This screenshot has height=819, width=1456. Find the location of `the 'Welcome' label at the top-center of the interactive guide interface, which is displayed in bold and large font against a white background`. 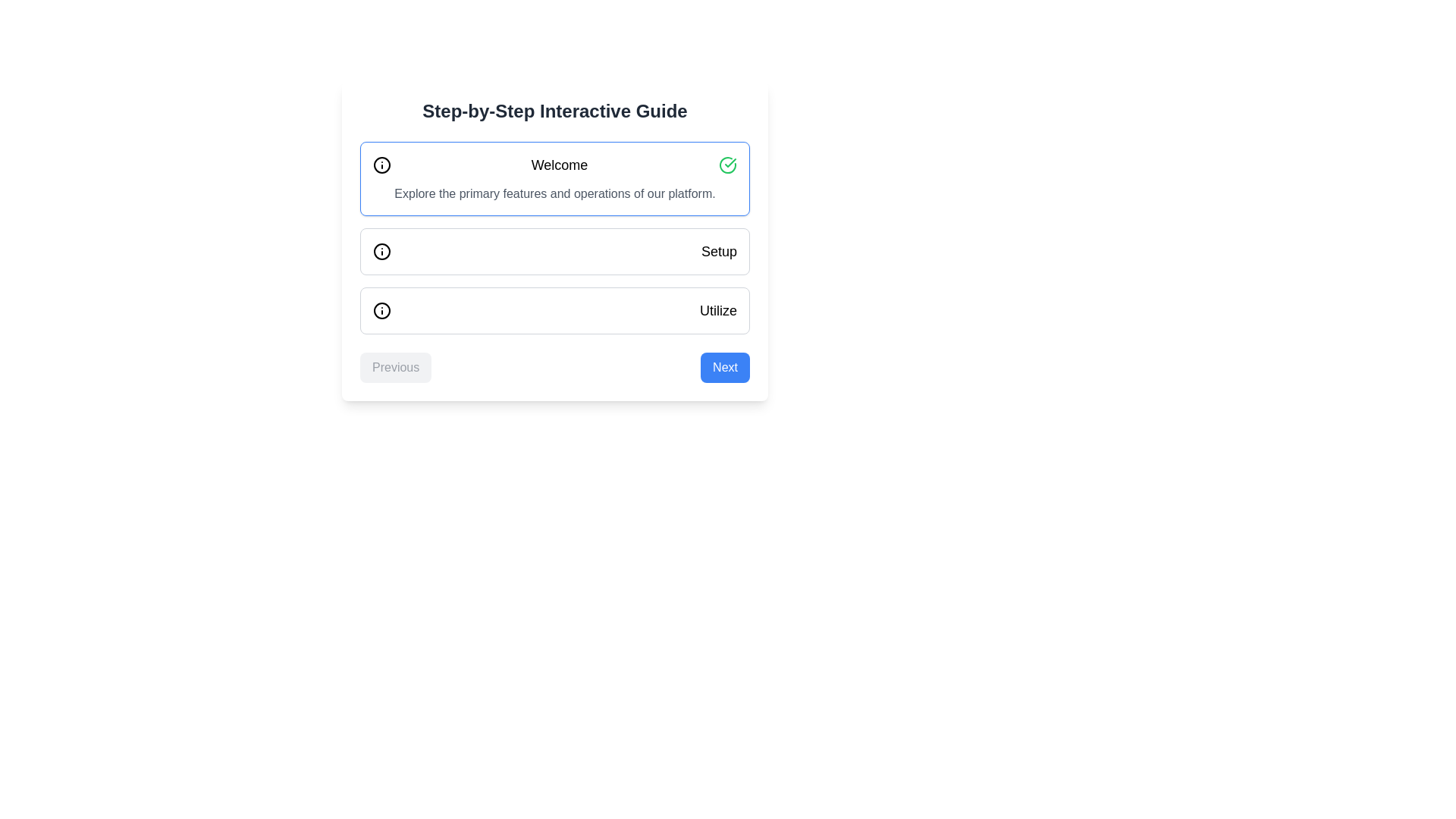

the 'Welcome' label at the top-center of the interactive guide interface, which is displayed in bold and large font against a white background is located at coordinates (559, 165).